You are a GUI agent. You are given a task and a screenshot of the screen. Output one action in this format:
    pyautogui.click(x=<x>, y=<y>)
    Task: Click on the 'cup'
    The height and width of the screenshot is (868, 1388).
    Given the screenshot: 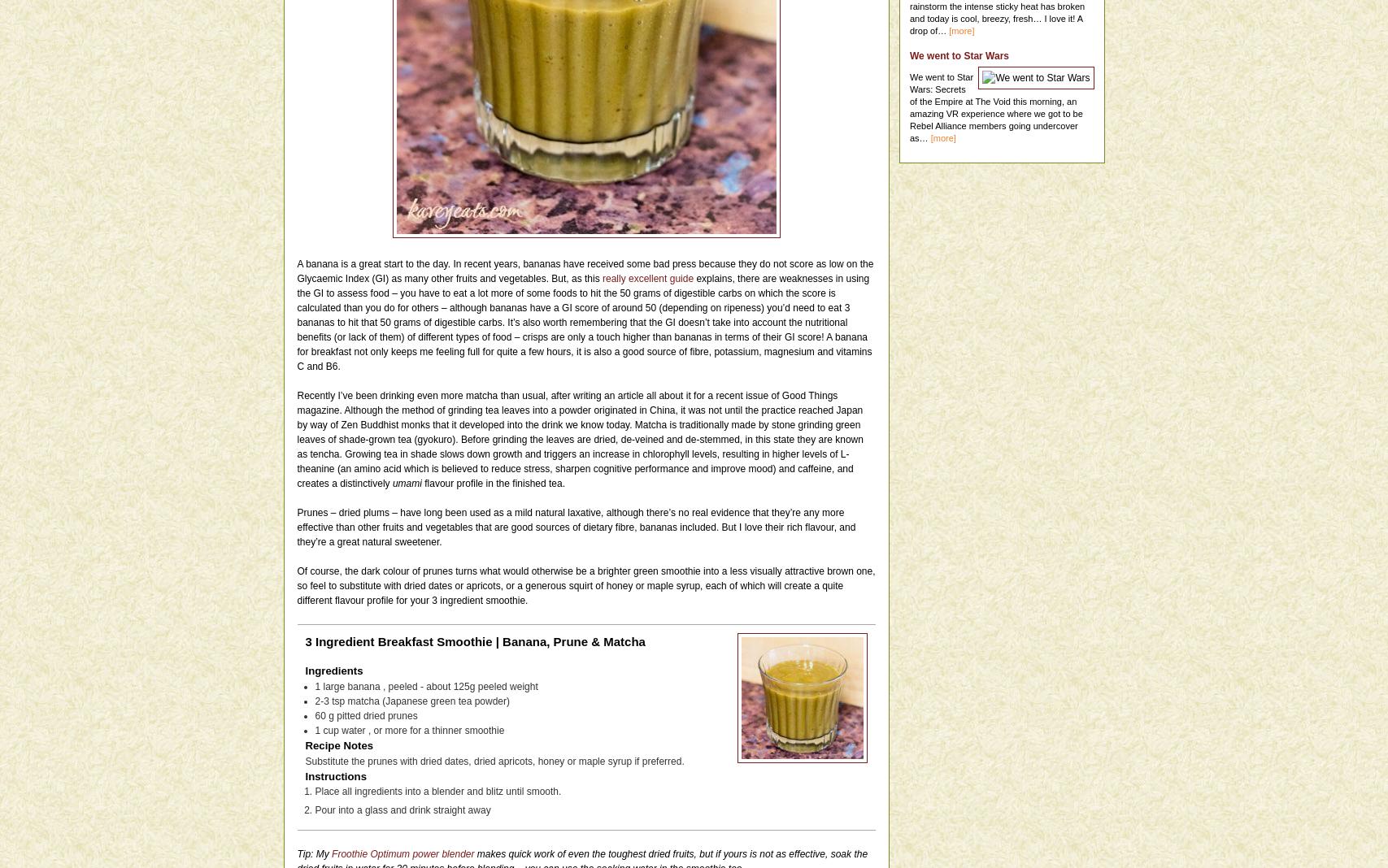 What is the action you would take?
    pyautogui.click(x=323, y=728)
    